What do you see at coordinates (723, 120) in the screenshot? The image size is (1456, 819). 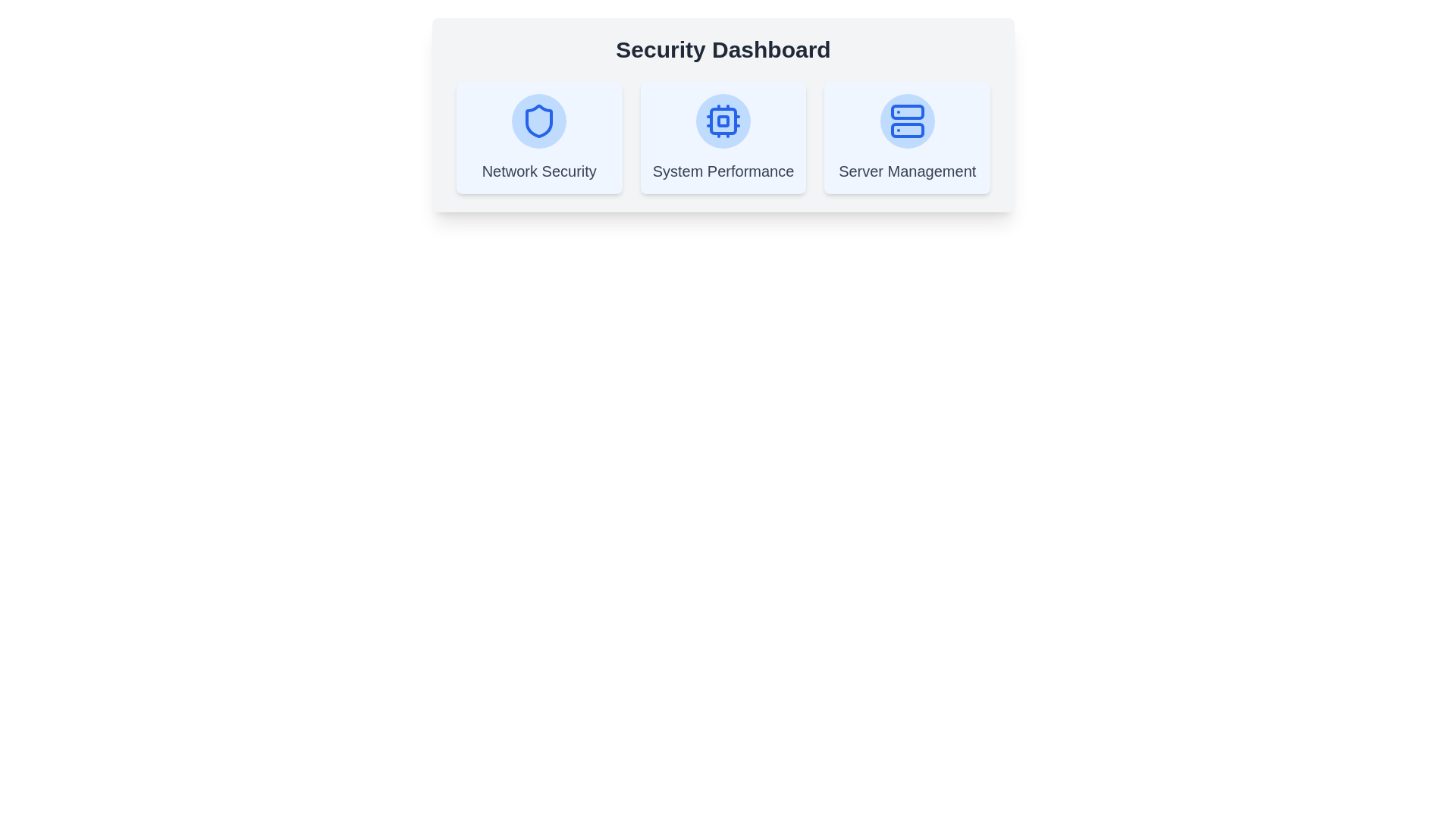 I see `the decorative graphical element forming part of the 'System Performance' icon, specifically the outer square in the CPU representation, located in the Security Dashboard interface` at bounding box center [723, 120].